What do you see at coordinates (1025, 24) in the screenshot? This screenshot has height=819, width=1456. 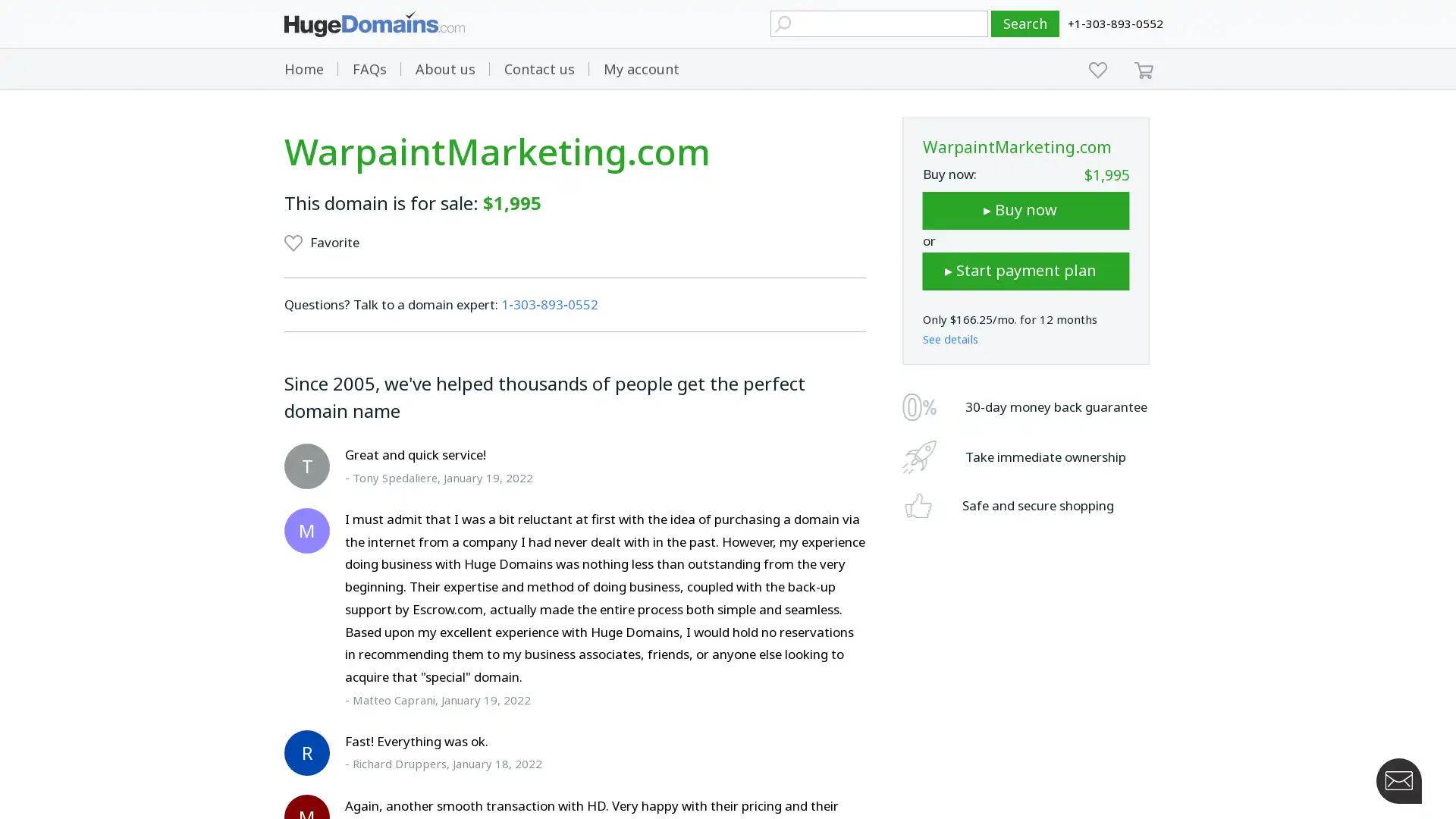 I see `Search` at bounding box center [1025, 24].